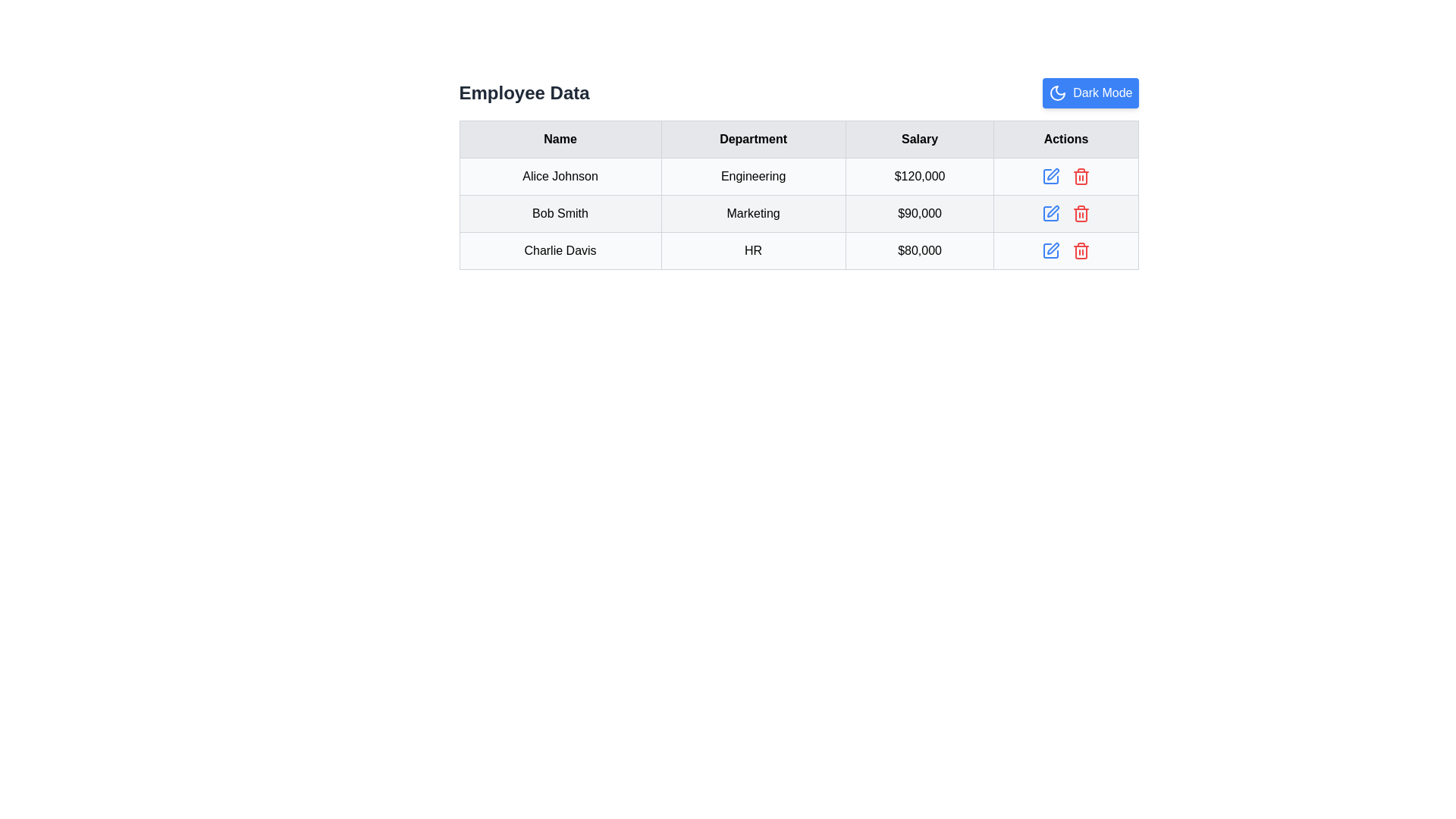 Image resolution: width=1456 pixels, height=819 pixels. What do you see at coordinates (753, 250) in the screenshot?
I see `the Text Display element showing 'HR' in the Department column, third row, between 'Charlie Davis' and '$80,000'` at bounding box center [753, 250].